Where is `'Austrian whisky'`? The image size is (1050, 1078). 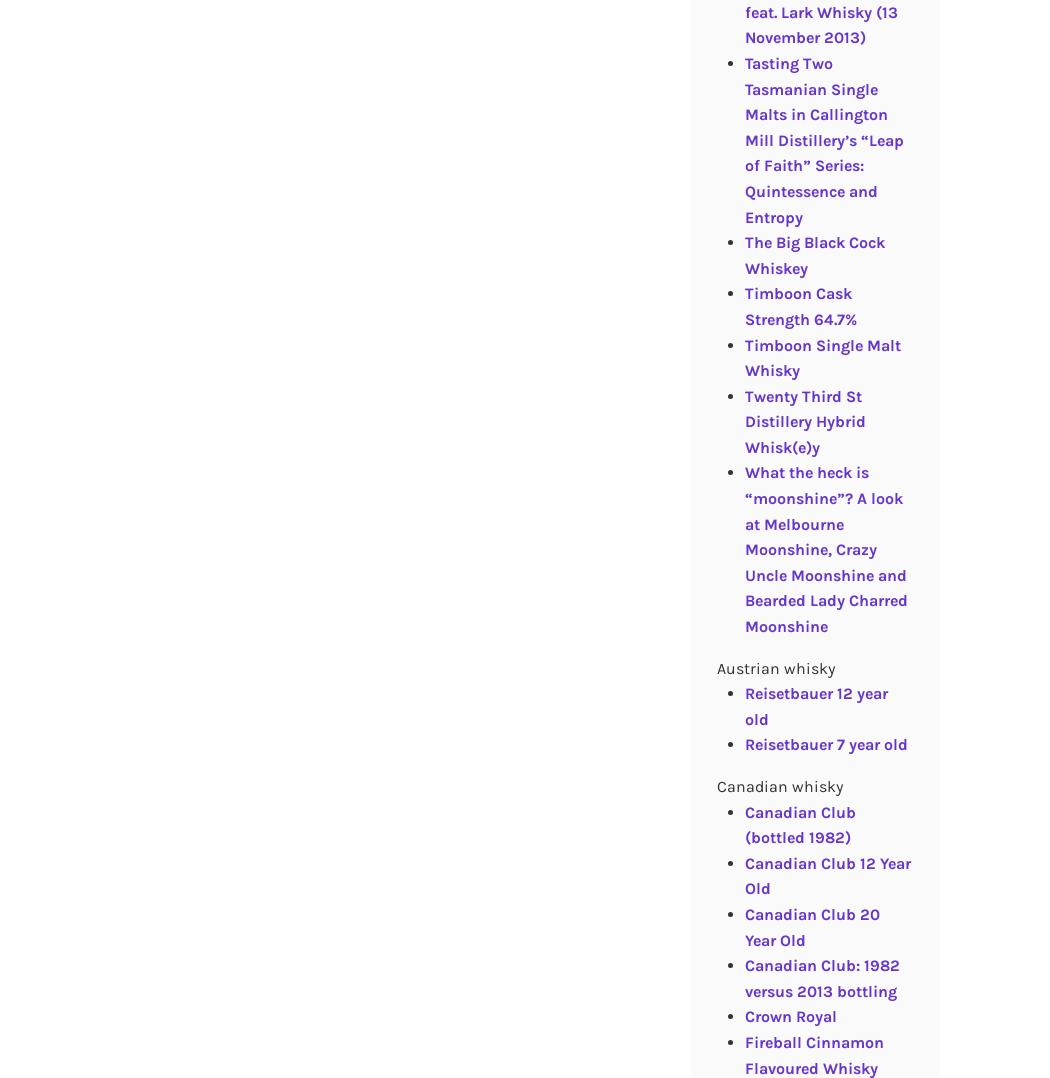 'Austrian whisky' is located at coordinates (775, 667).